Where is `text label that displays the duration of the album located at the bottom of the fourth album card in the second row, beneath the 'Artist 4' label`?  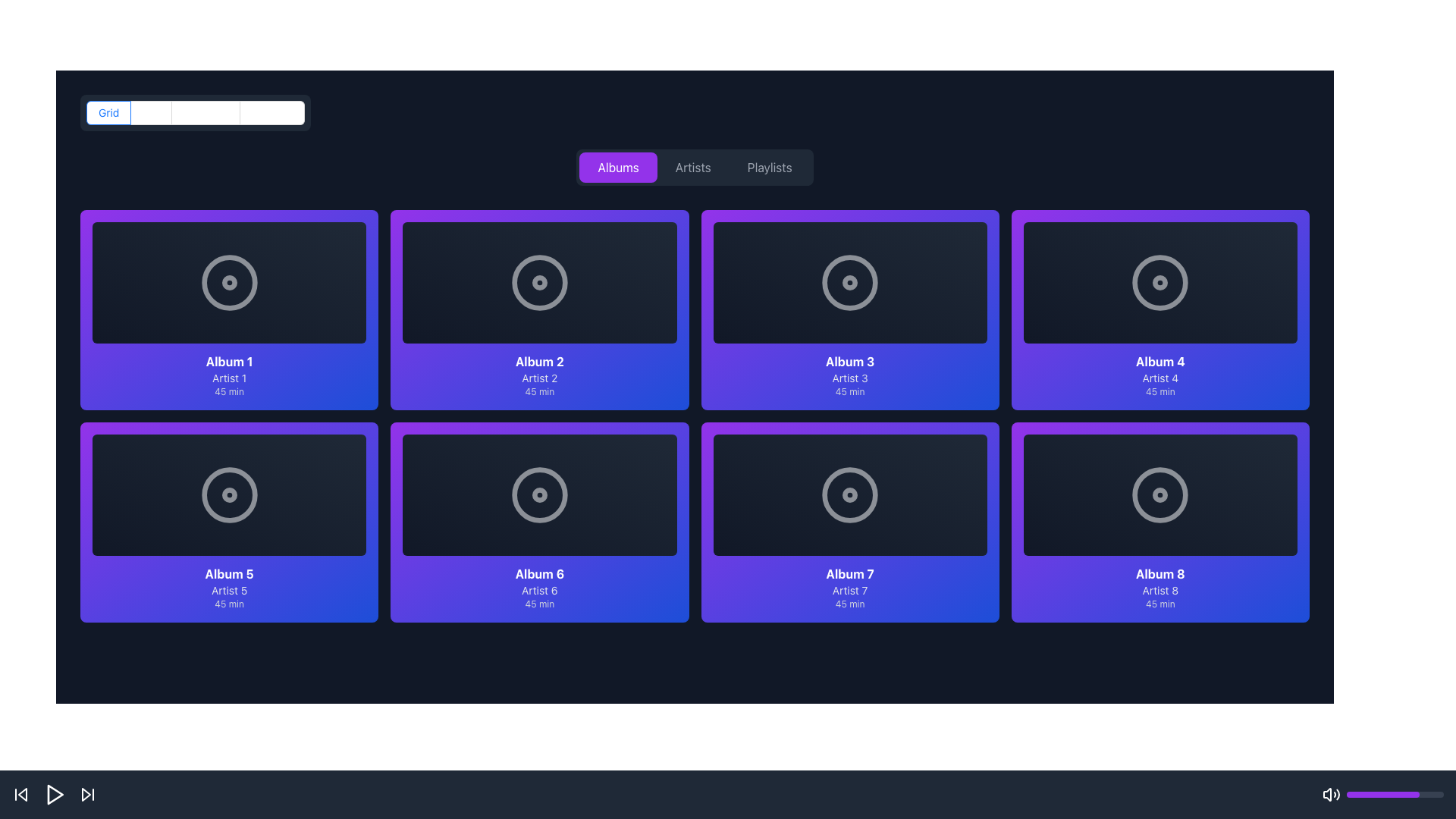
text label that displays the duration of the album located at the bottom of the fourth album card in the second row, beneath the 'Artist 4' label is located at coordinates (1159, 391).